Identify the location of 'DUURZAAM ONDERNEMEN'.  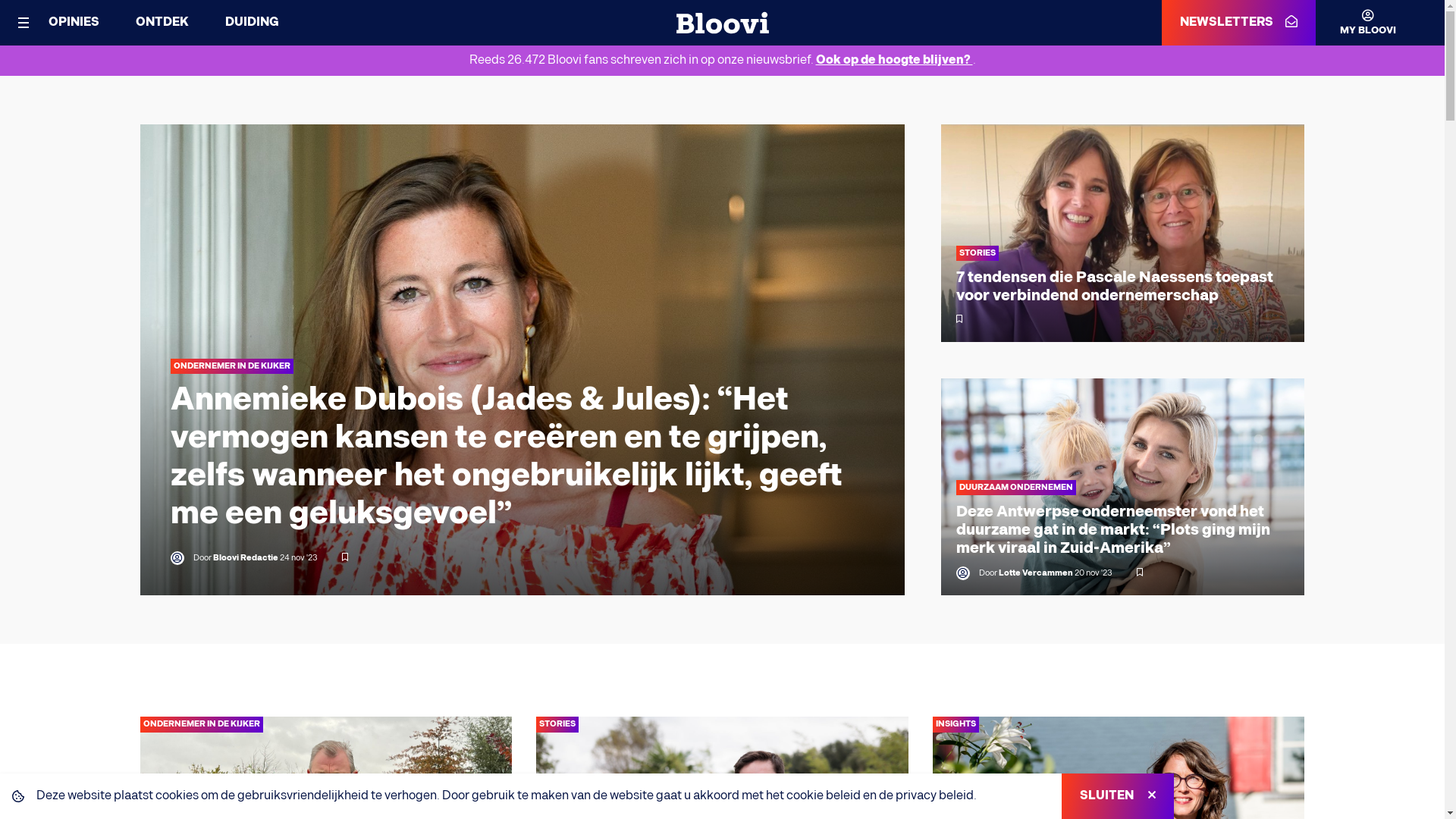
(1015, 488).